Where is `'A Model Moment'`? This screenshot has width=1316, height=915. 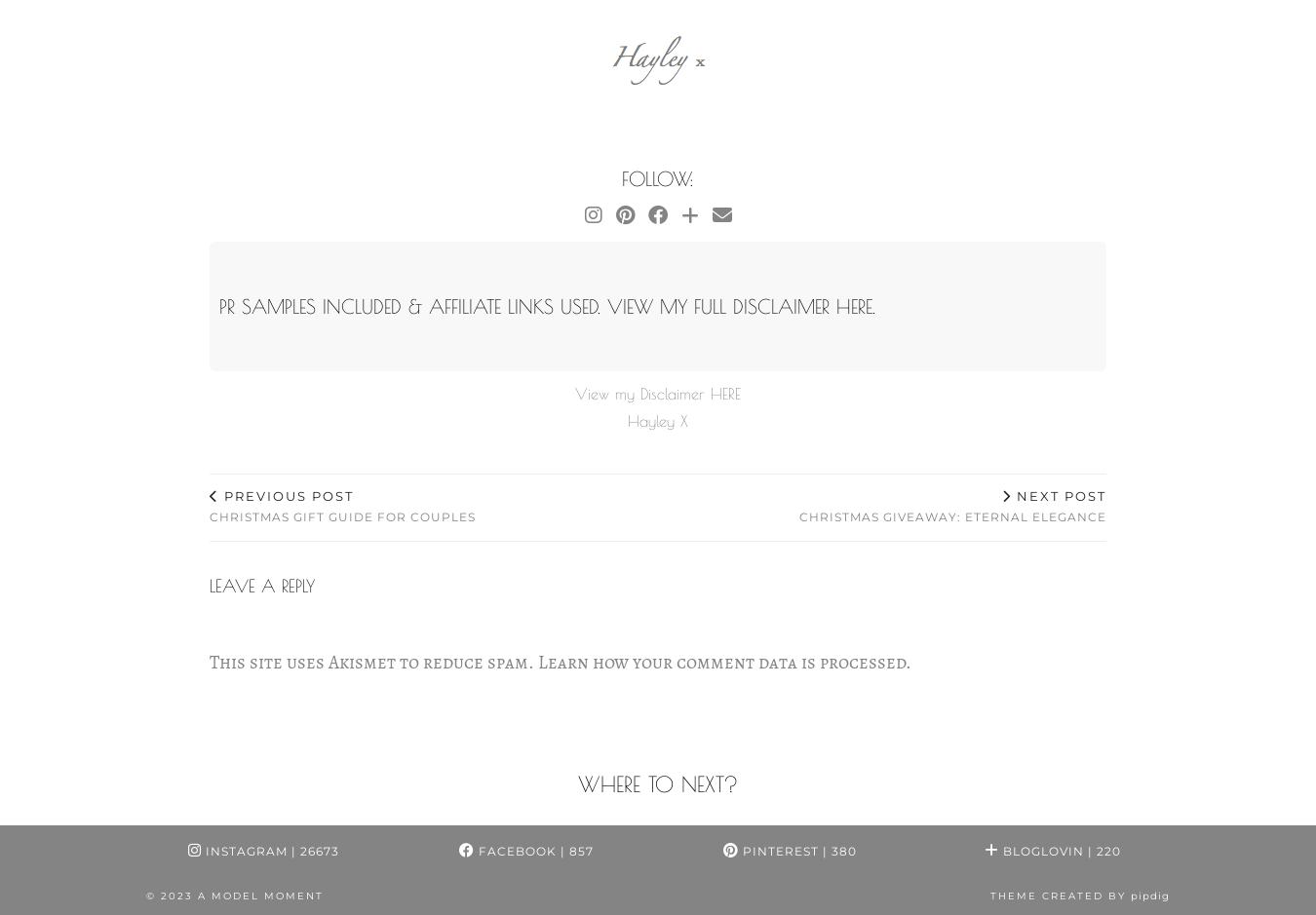
'A Model Moment' is located at coordinates (259, 894).